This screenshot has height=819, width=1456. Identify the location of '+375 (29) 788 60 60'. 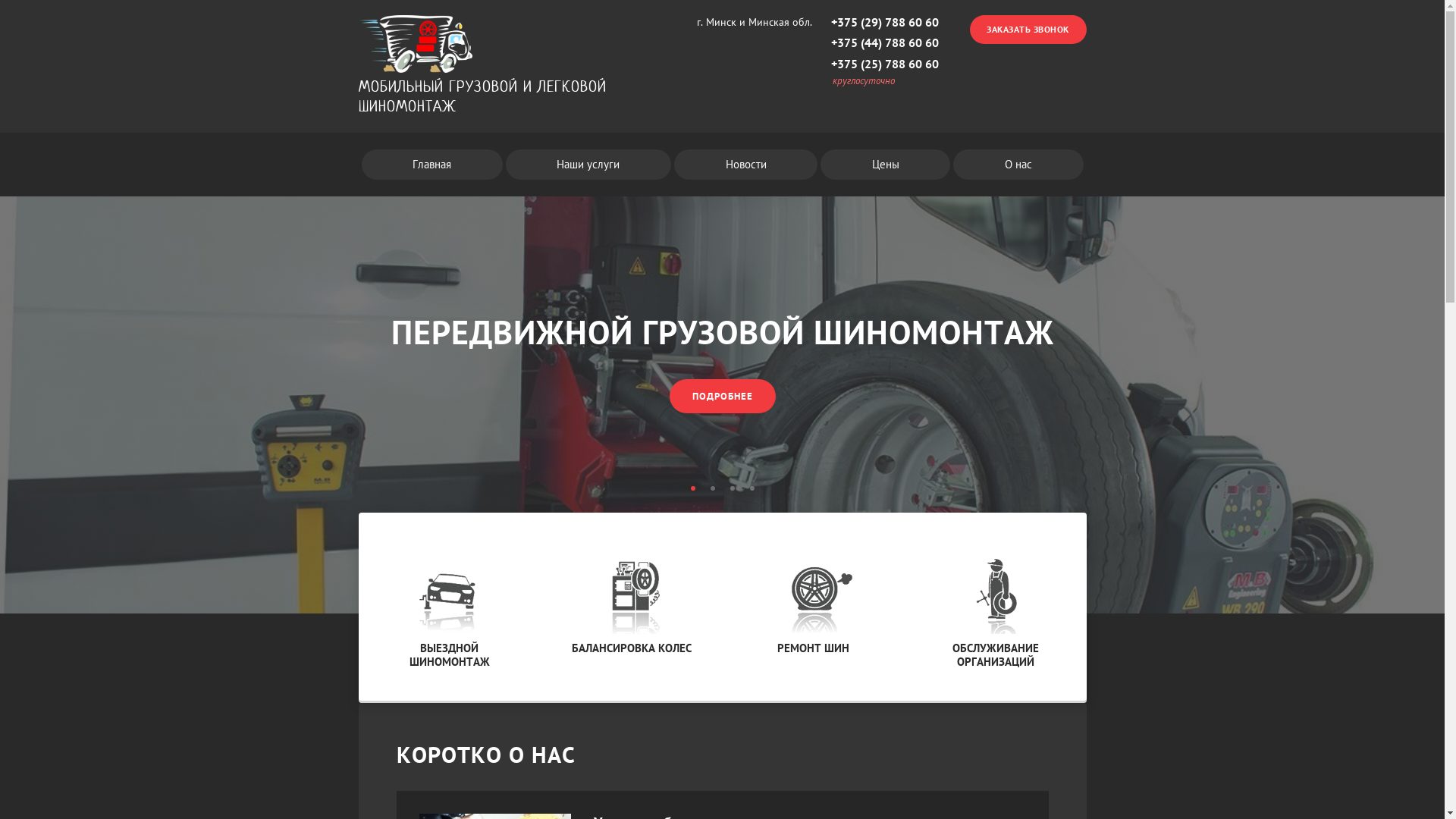
(884, 22).